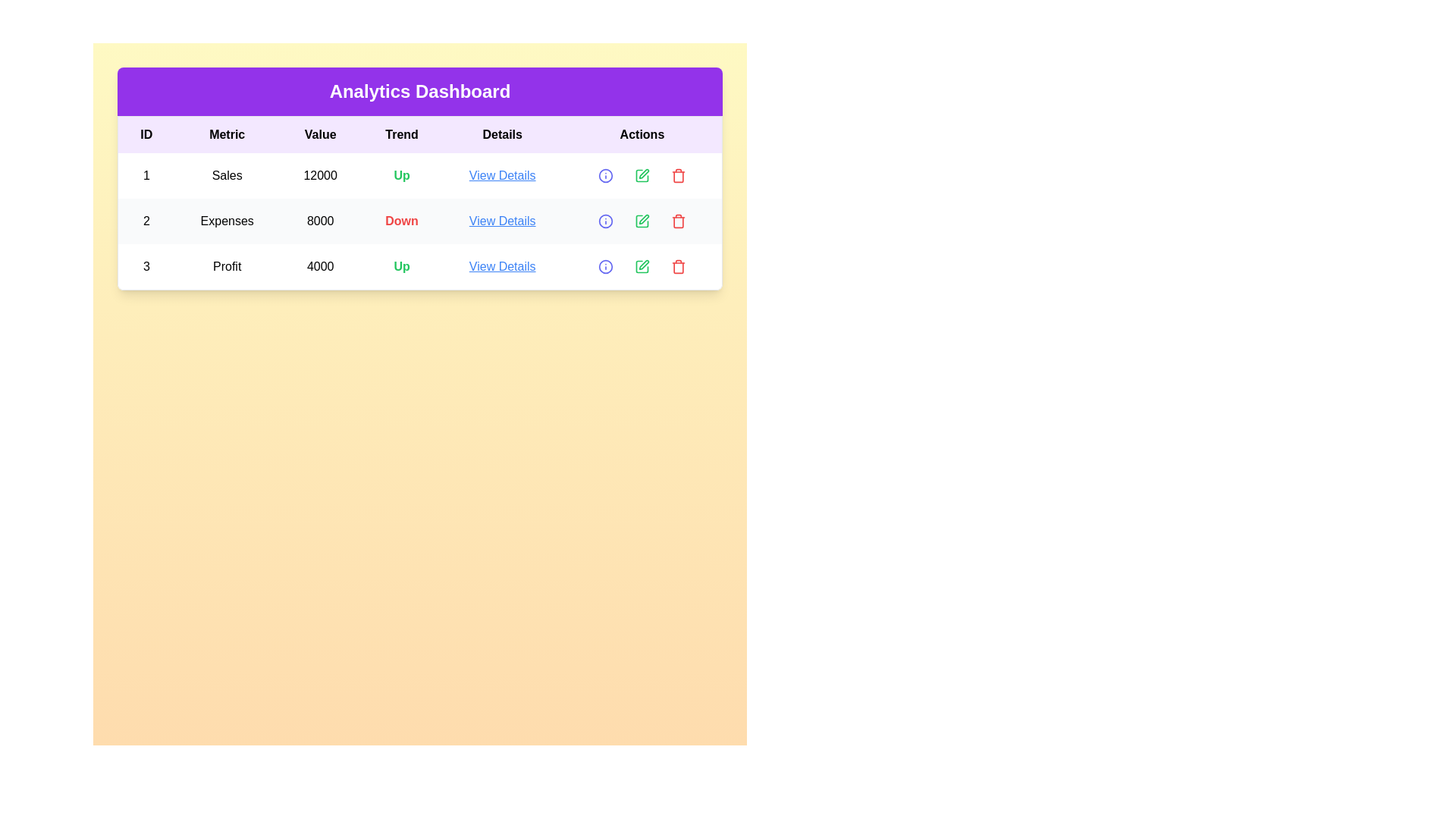 This screenshot has height=819, width=1456. What do you see at coordinates (677, 221) in the screenshot?
I see `the red trash icon button located in the 'Actions' column of the second row in the 'Analytics Dashboard' table` at bounding box center [677, 221].